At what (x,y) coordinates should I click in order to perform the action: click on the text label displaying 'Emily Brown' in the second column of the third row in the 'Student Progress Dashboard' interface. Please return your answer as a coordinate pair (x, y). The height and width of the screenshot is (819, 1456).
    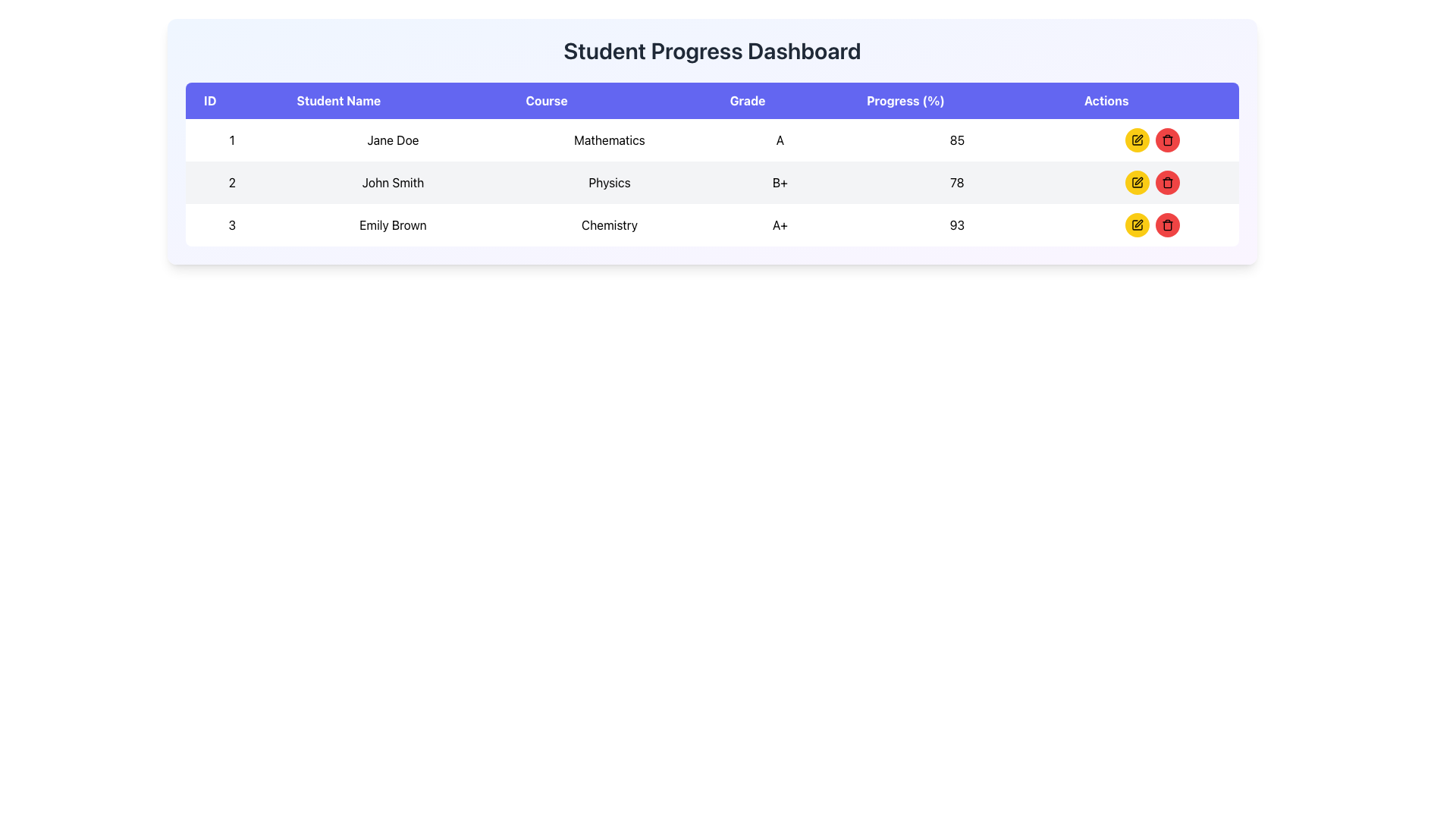
    Looking at the image, I should click on (393, 225).